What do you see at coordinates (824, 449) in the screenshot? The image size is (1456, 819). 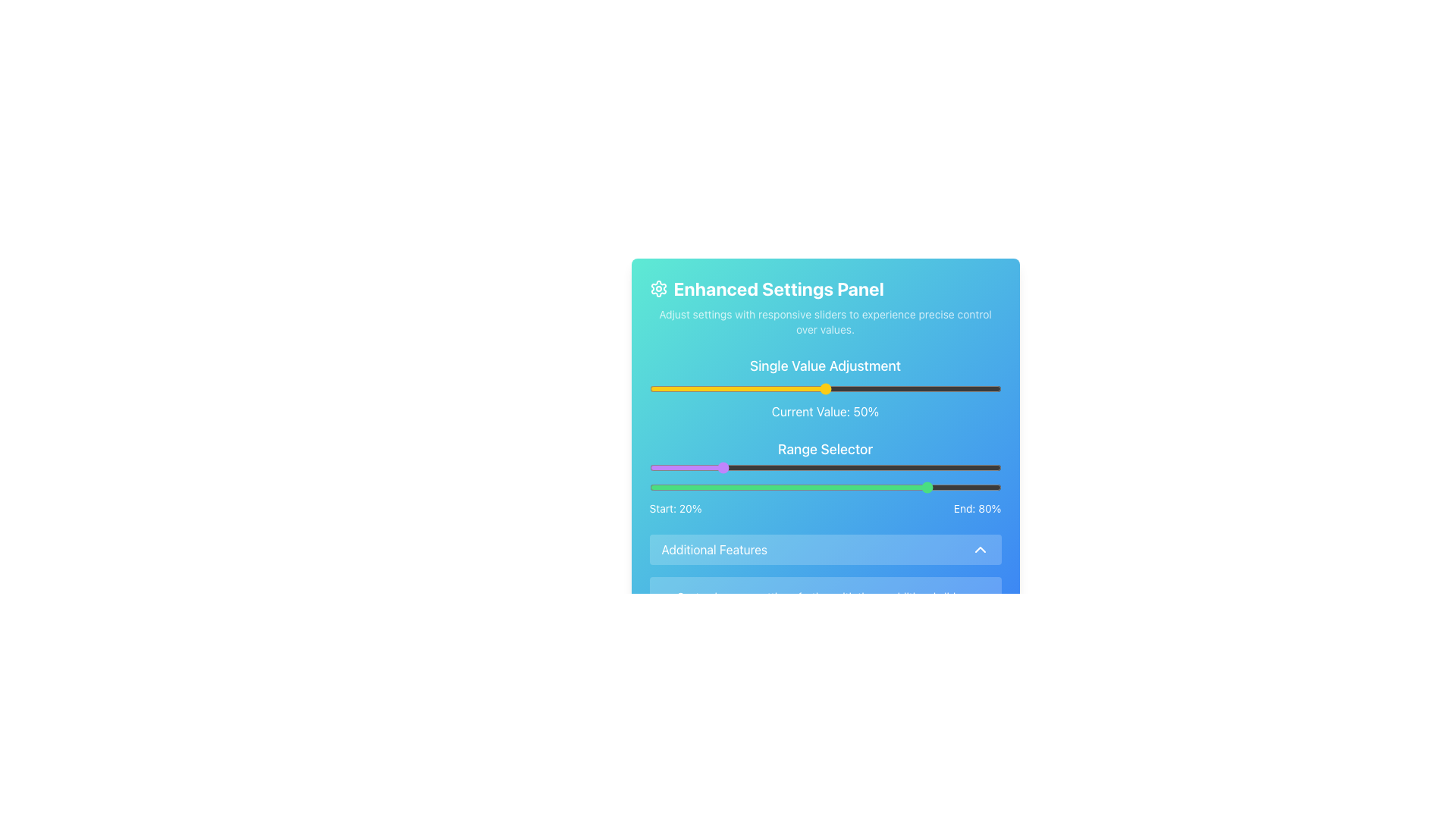 I see `the header text element for the 'Range Selector' section within the settings panel, which is located between the 'Current Value' display and two range sliders` at bounding box center [824, 449].